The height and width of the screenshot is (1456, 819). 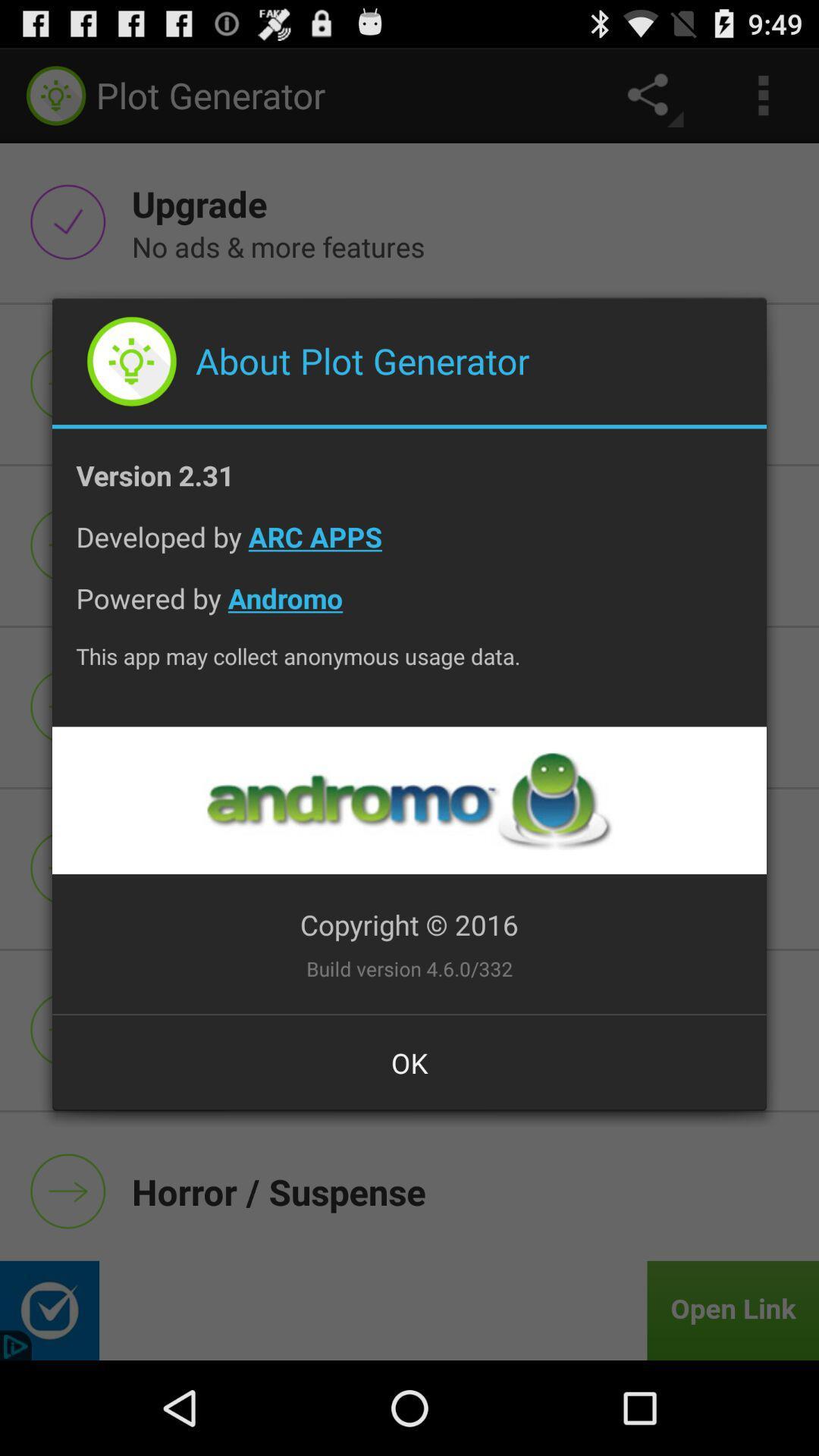 I want to click on the item at the bottom, so click(x=409, y=1062).